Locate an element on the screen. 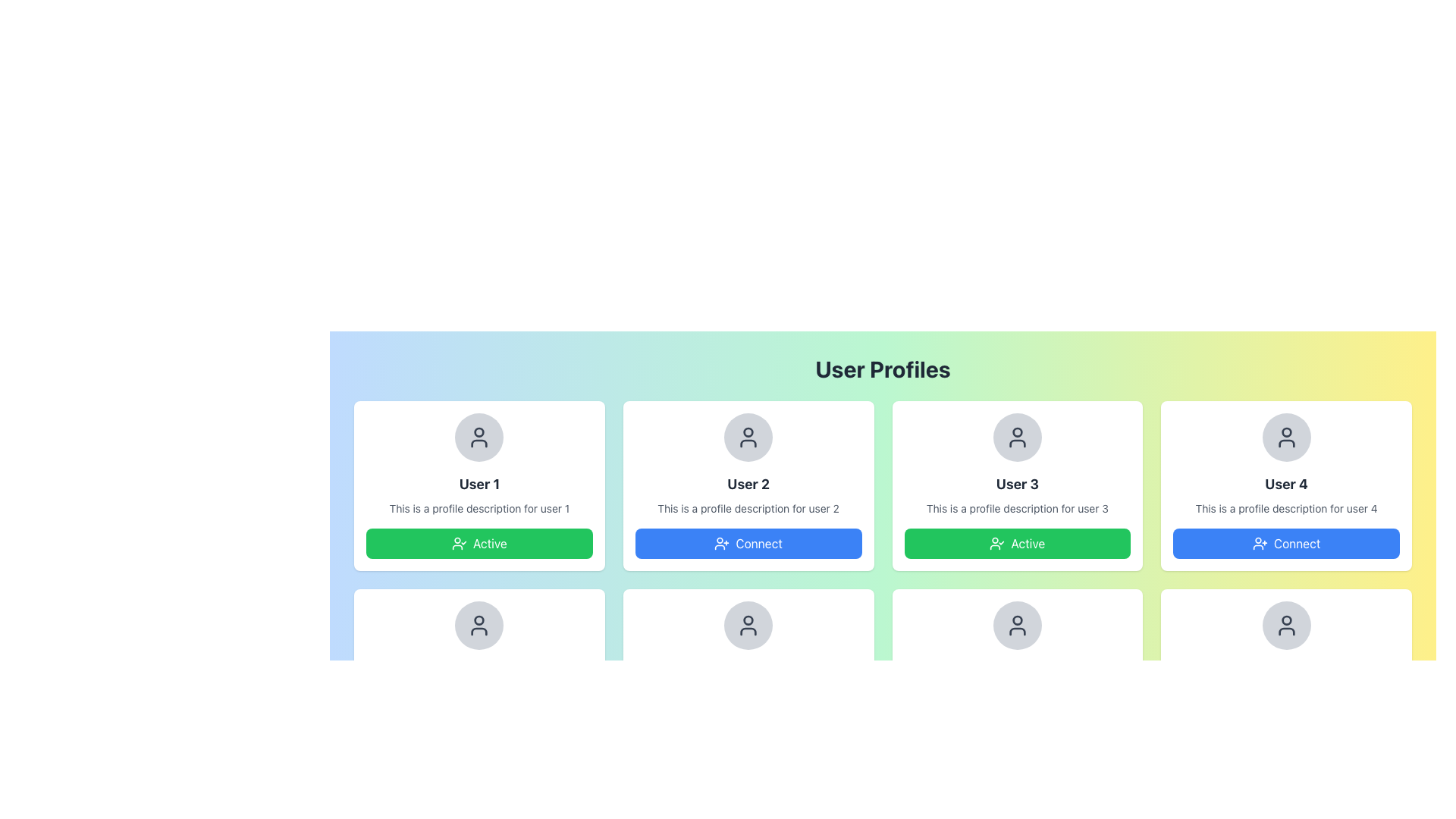 Image resolution: width=1456 pixels, height=819 pixels. the bold-text title 'User 2' in the second profile card, which is centrally aligned and positioned between the profile icon and description is located at coordinates (748, 485).